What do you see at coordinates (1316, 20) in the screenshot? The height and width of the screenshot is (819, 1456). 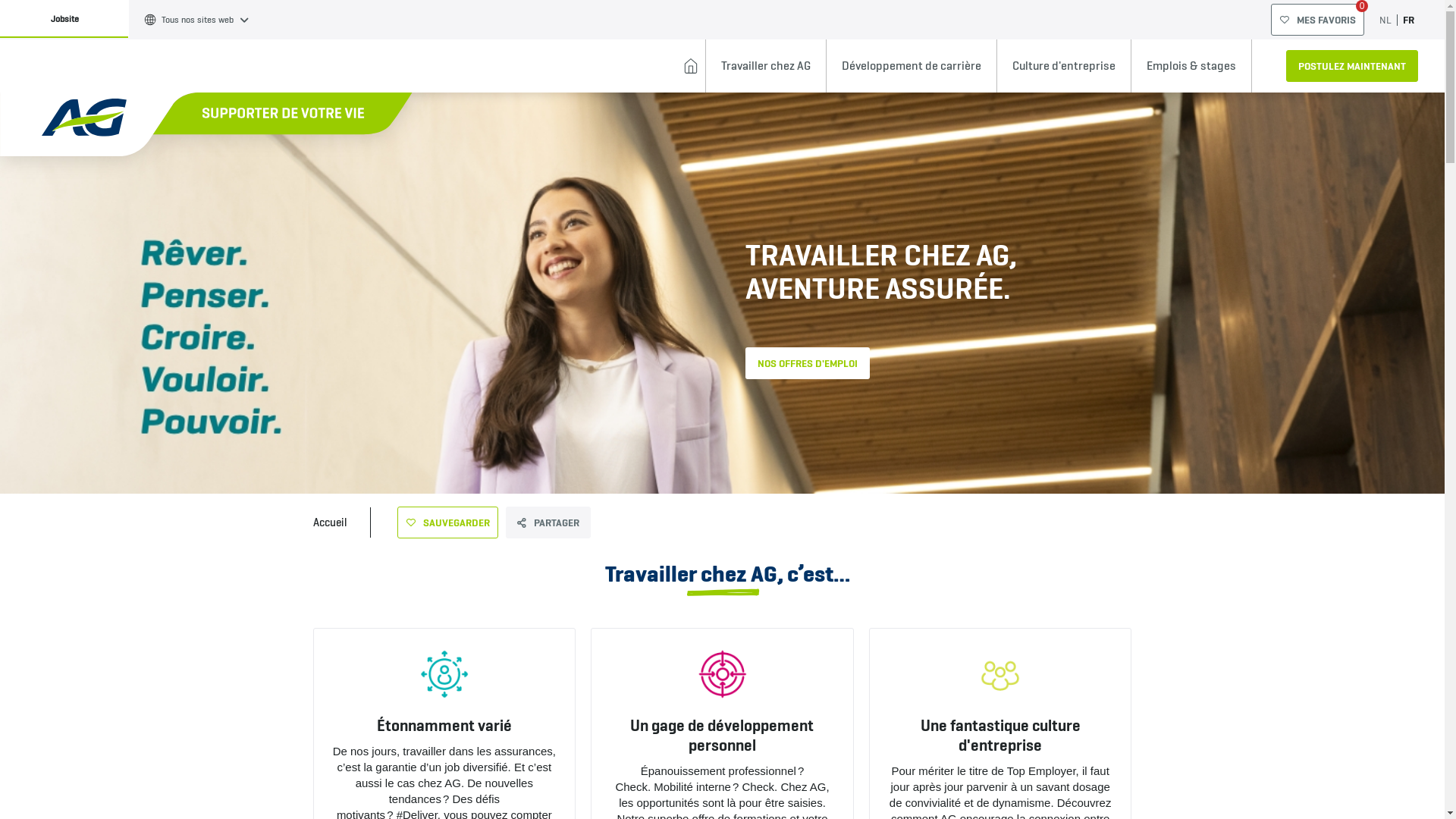 I see `'MES FAVORIS'` at bounding box center [1316, 20].